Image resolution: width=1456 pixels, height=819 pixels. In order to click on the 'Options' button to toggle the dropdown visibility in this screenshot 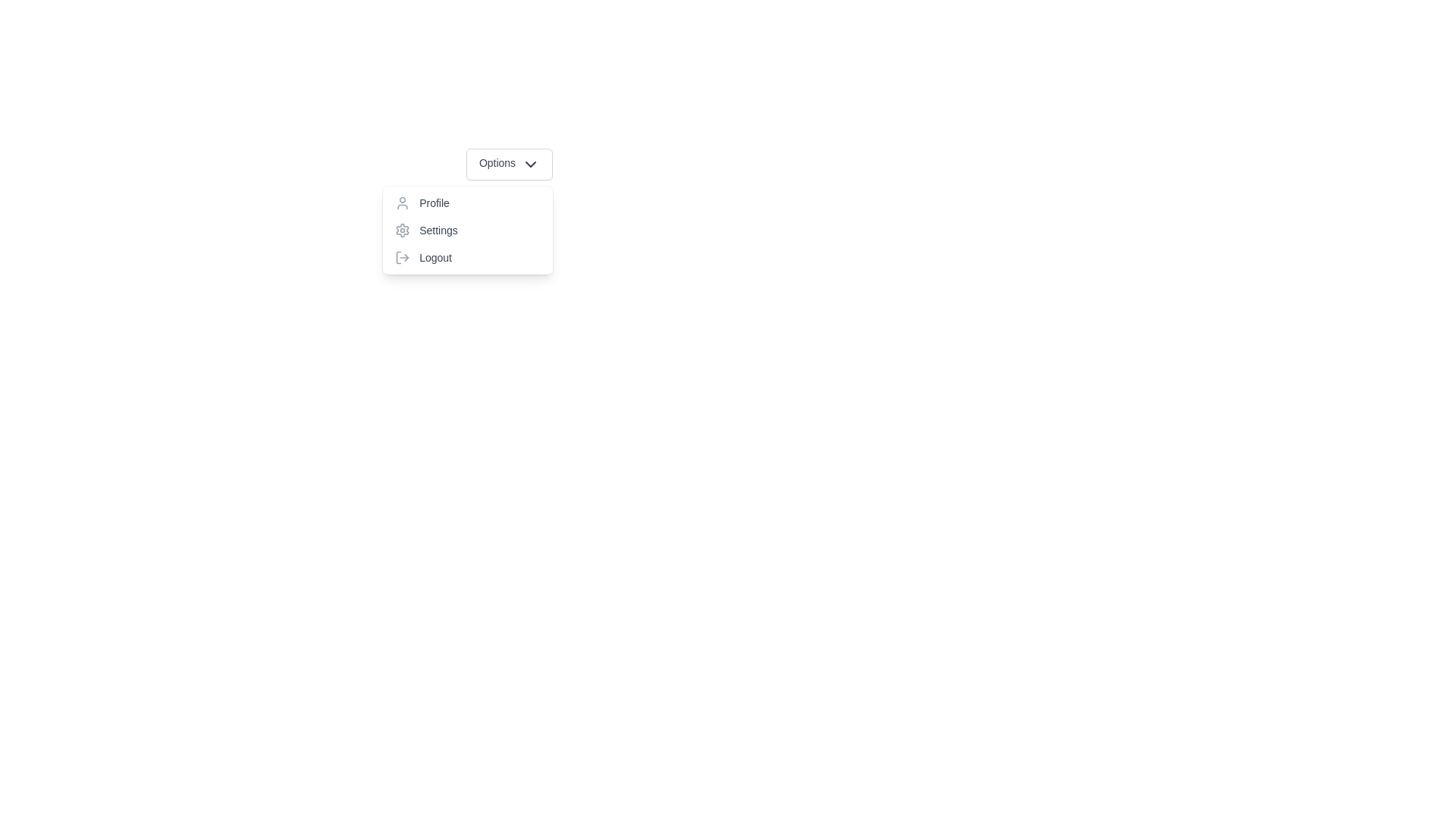, I will do `click(510, 164)`.